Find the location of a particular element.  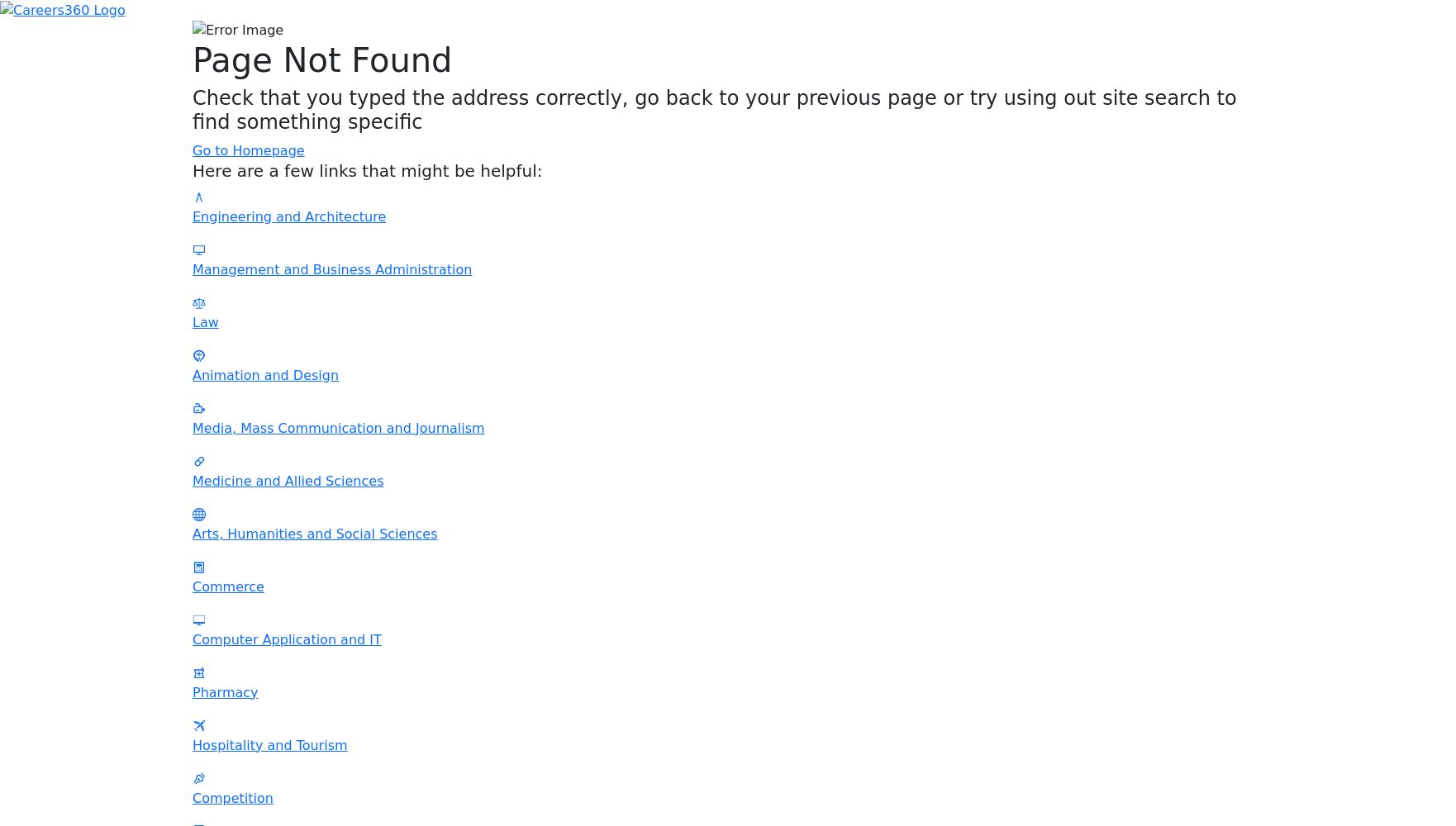

'Commerce' is located at coordinates (227, 585).